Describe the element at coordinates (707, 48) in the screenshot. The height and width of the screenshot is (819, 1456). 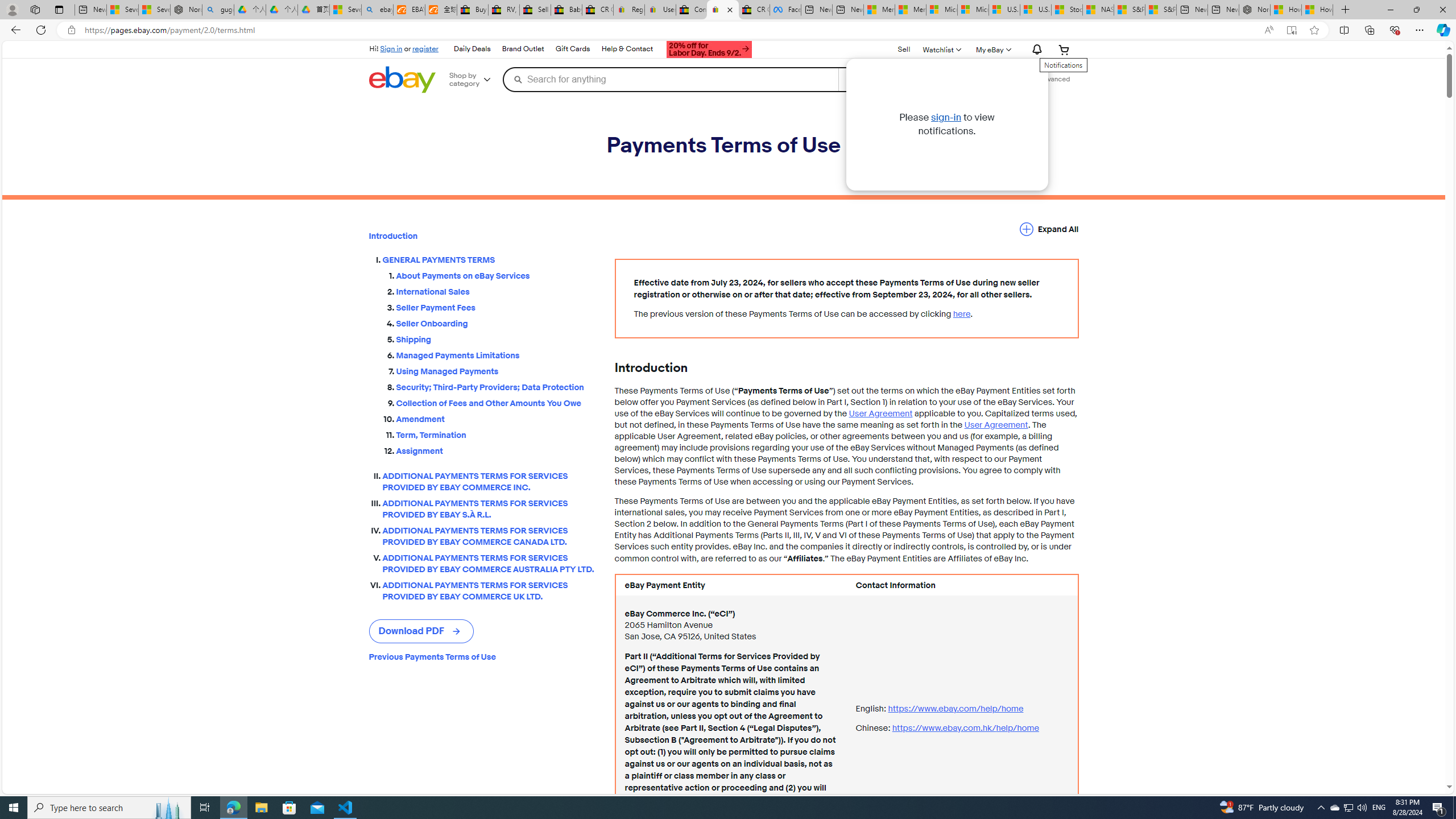
I see `'AutomationID: gh-ti'` at that location.